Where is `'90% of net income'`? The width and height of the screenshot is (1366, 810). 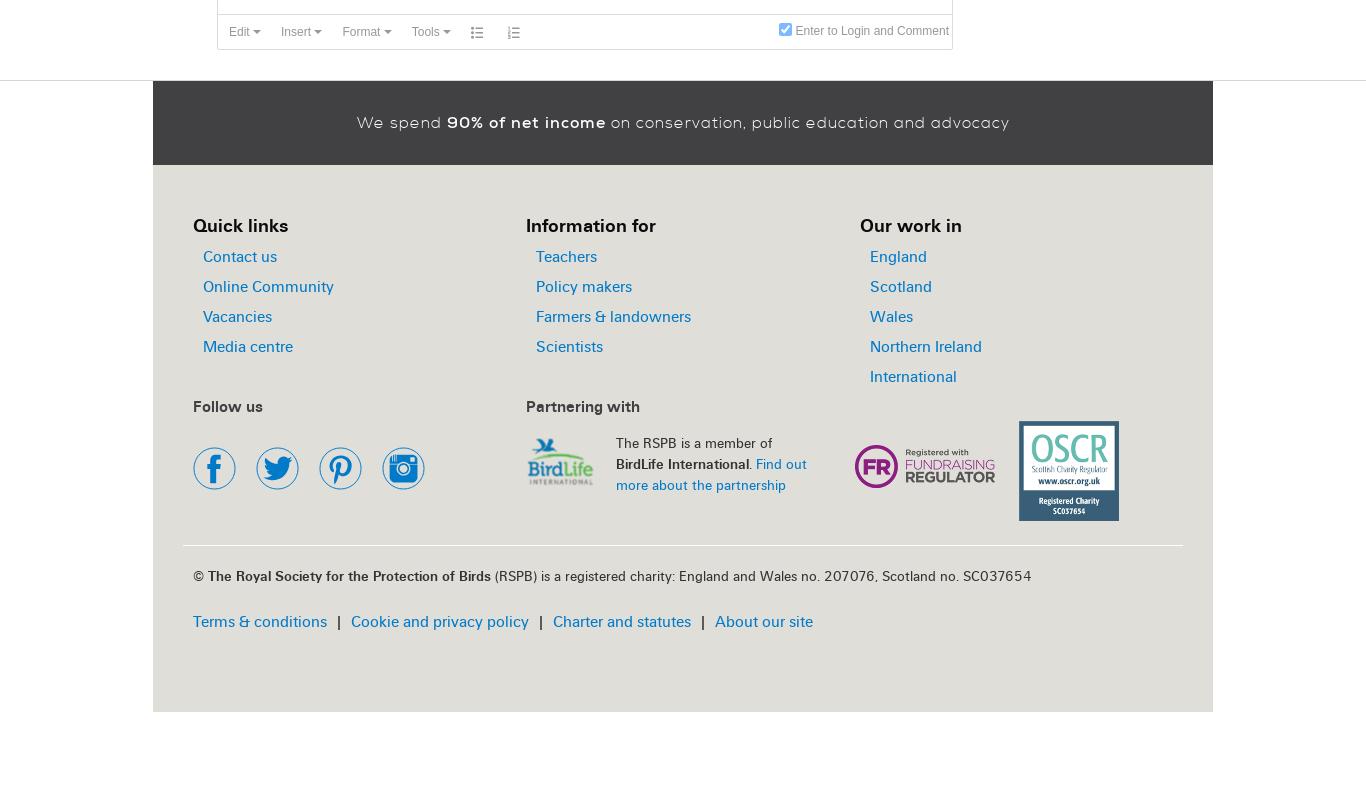 '90% of net income' is located at coordinates (525, 122).